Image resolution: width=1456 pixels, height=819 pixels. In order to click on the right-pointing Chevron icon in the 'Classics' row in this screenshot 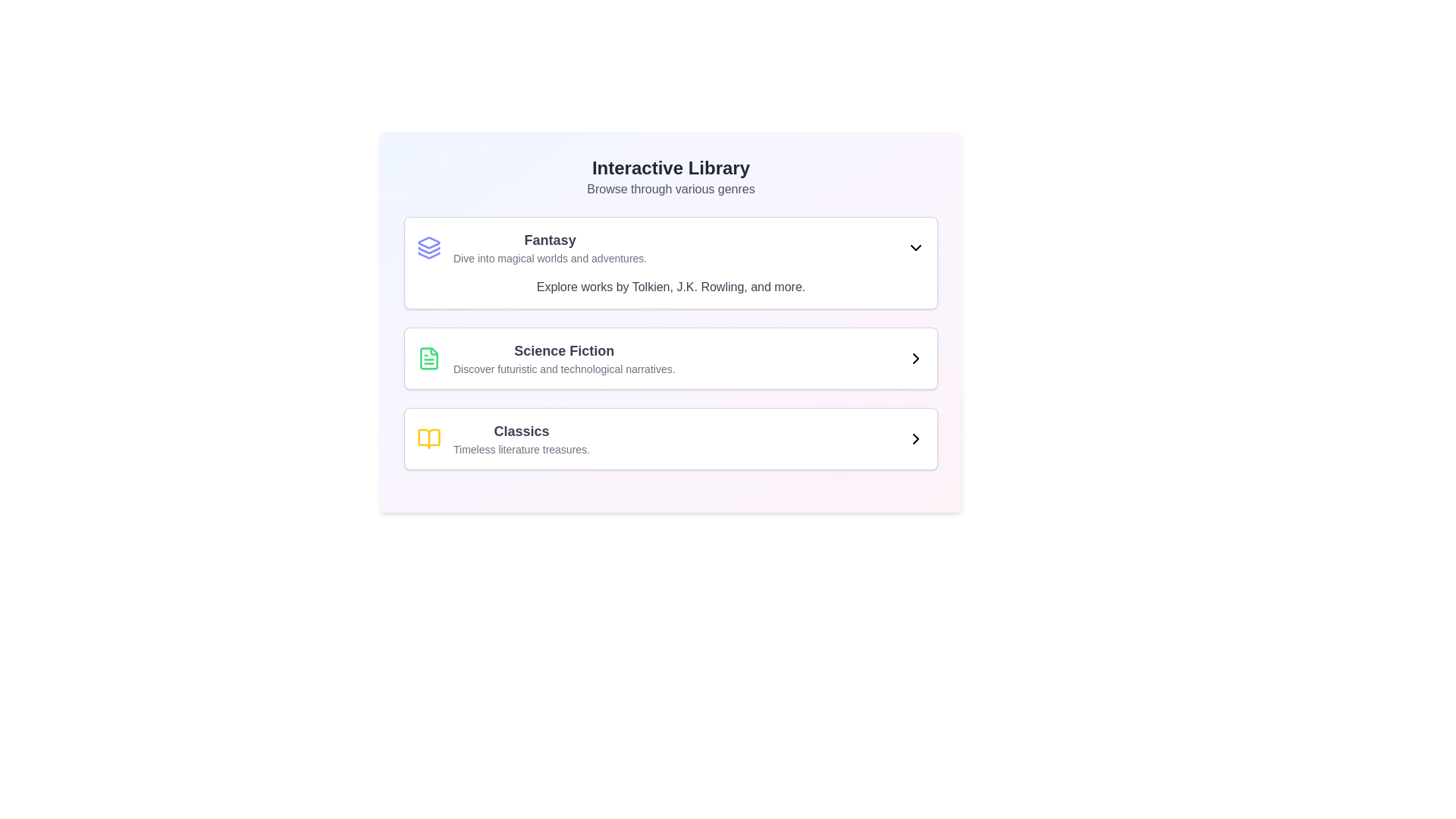, I will do `click(915, 438)`.